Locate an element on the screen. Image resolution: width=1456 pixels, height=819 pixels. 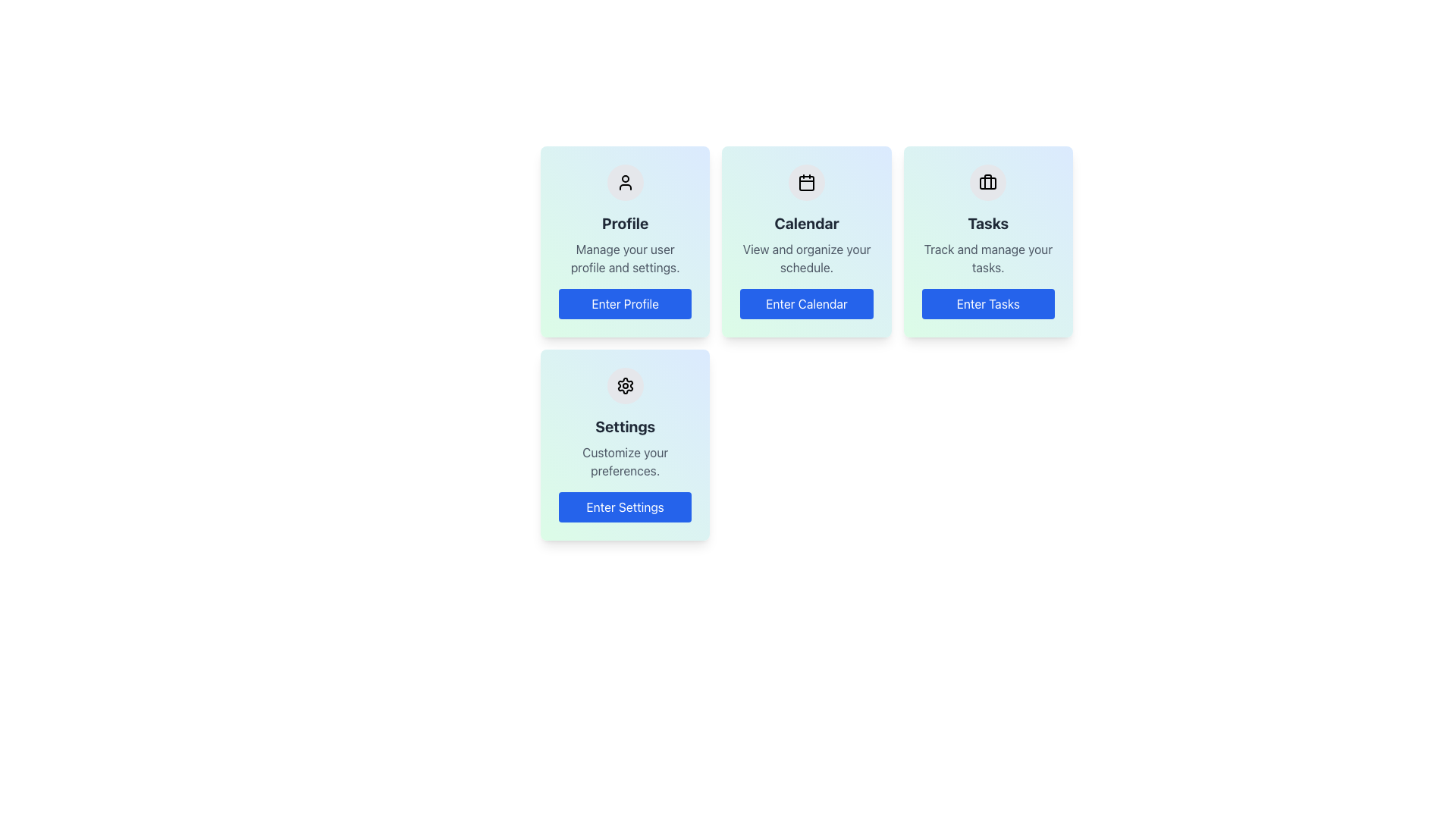
the 'Tasks' heading text element, which is bold and large, displayed in a grayish tone against a gradient background, located in the upper-middle section of the 'Tasks' card on the right side of the layout is located at coordinates (988, 223).